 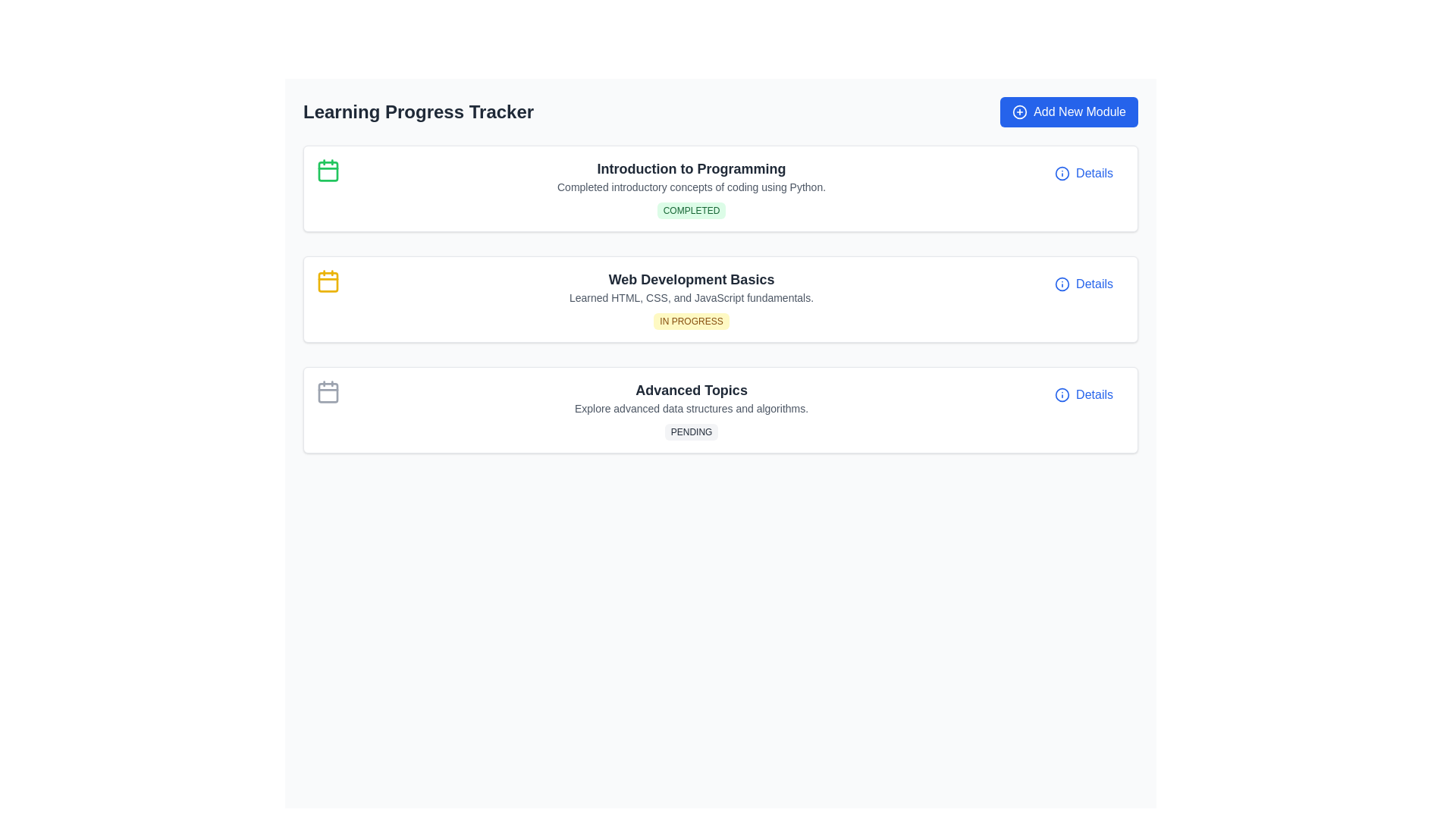 I want to click on the 'Web Development Basics' card in the 'Learning Progress Tracker' section, which displays the title in bold, a subtitle about HTML, CSS, and JavaScript, and a label stating 'IN PROGRESS' in yellow text, so click(x=691, y=299).